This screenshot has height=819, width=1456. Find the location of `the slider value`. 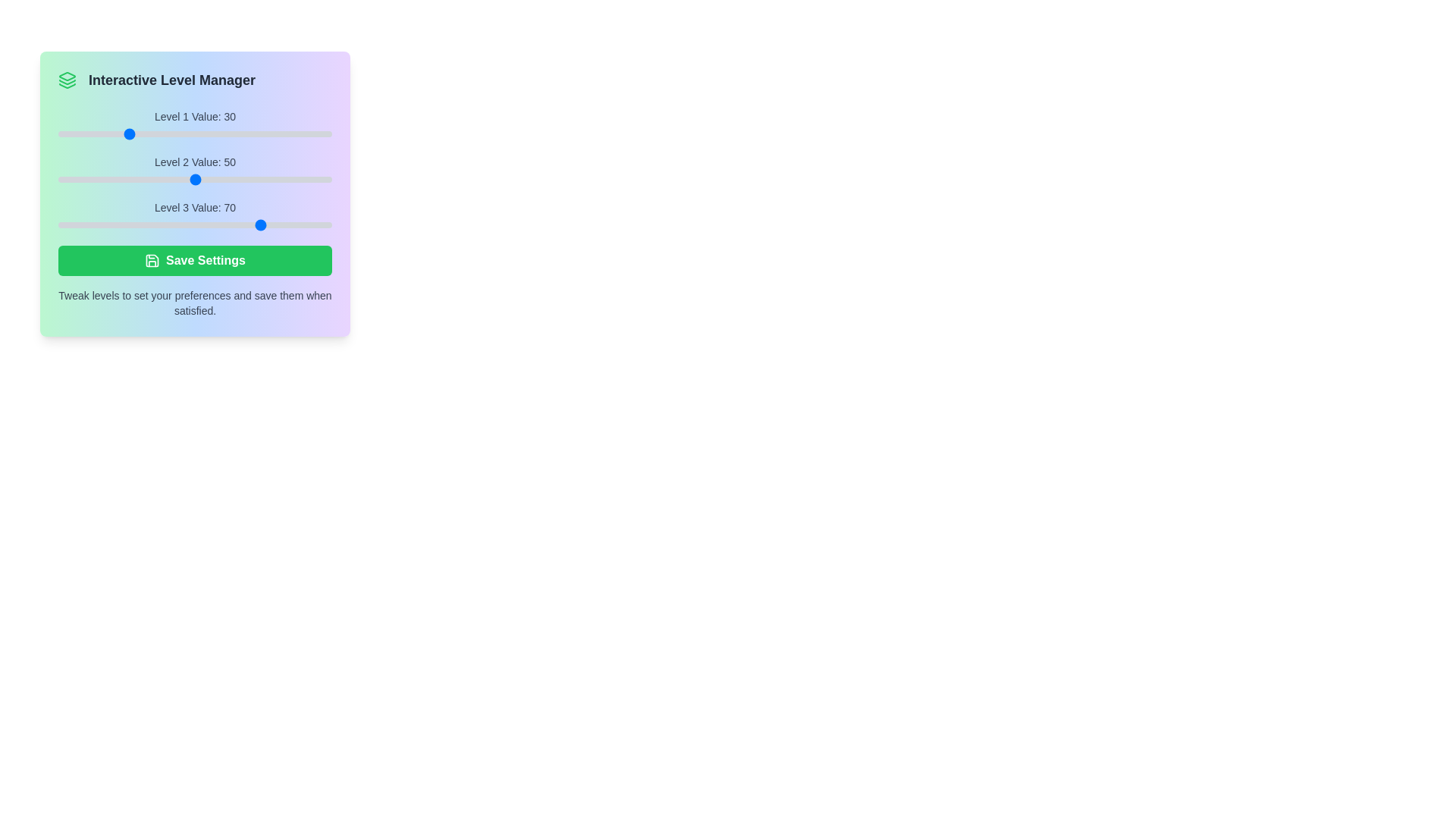

the slider value is located at coordinates (143, 178).